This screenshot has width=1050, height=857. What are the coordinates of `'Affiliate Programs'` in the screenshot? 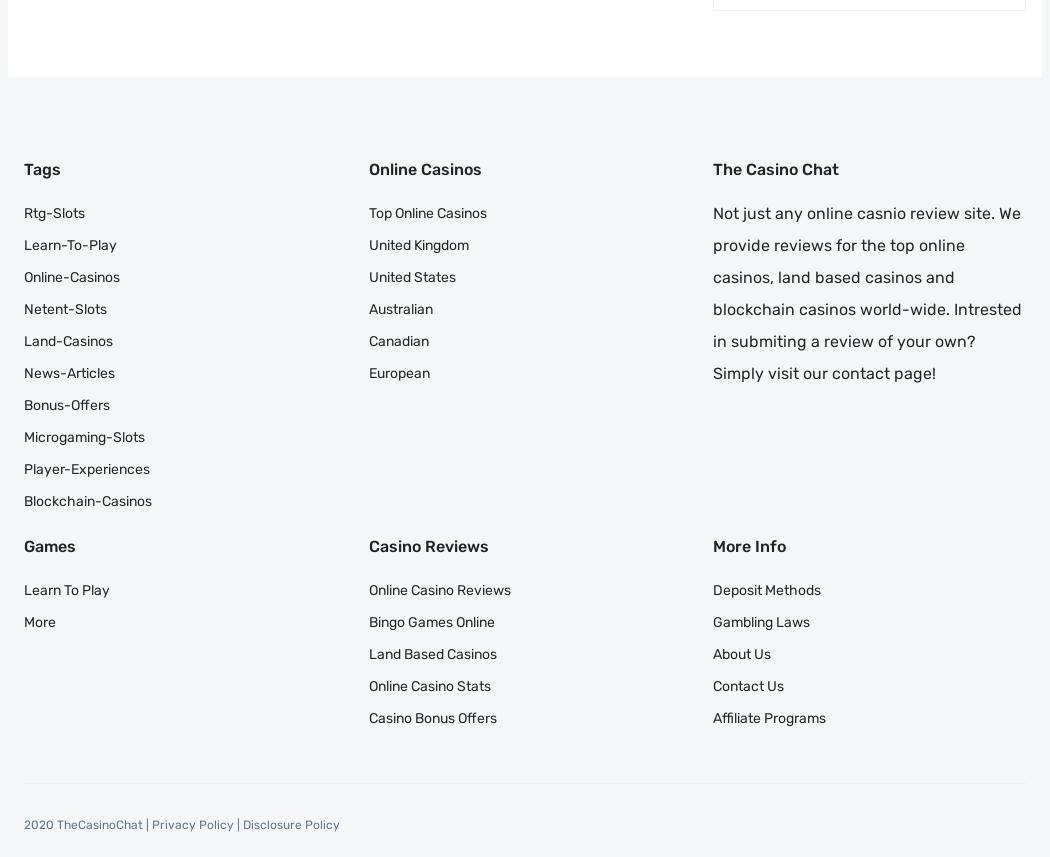 It's located at (769, 717).